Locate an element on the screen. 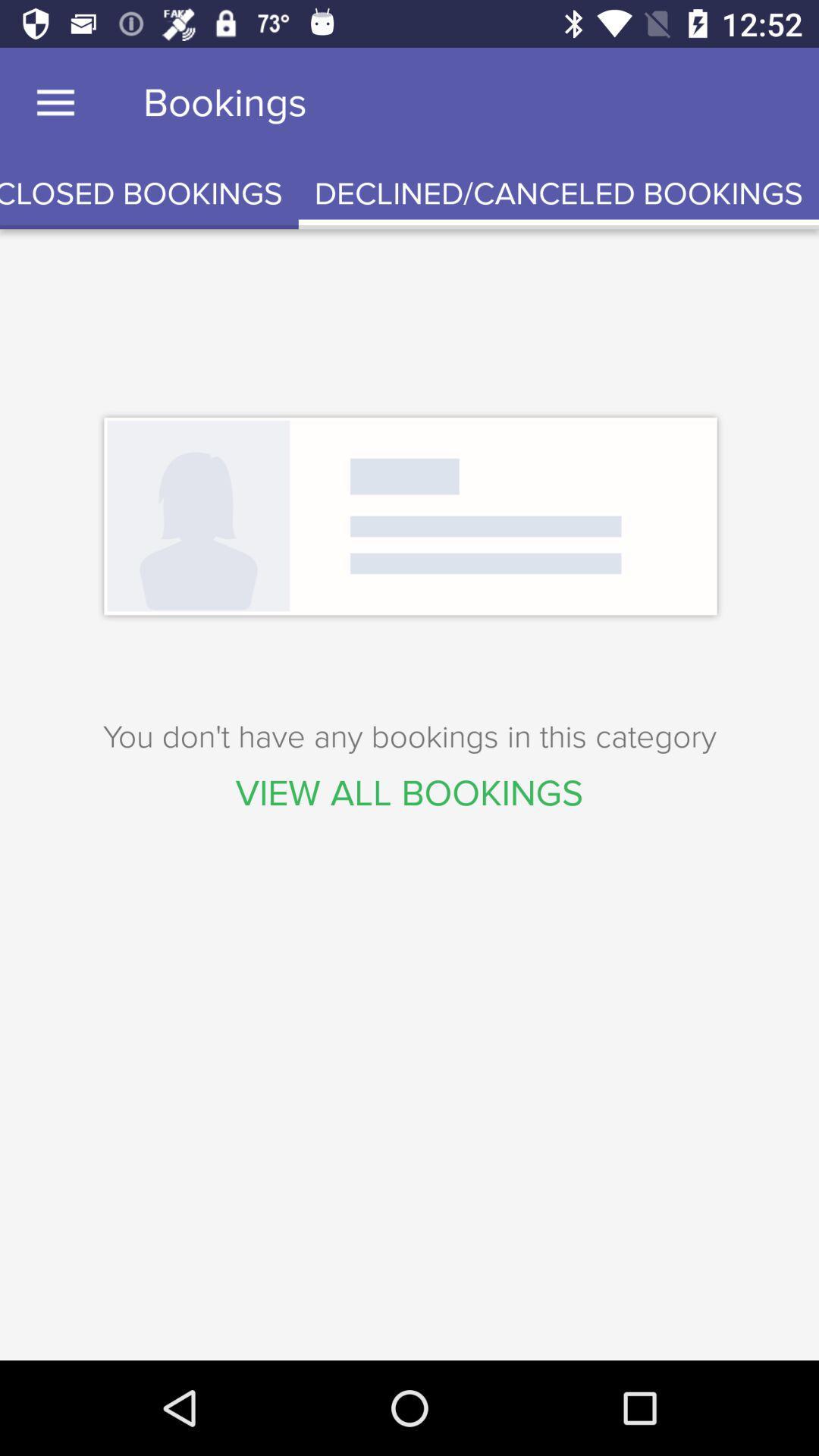 This screenshot has width=819, height=1456. icon below you don t item is located at coordinates (409, 792).